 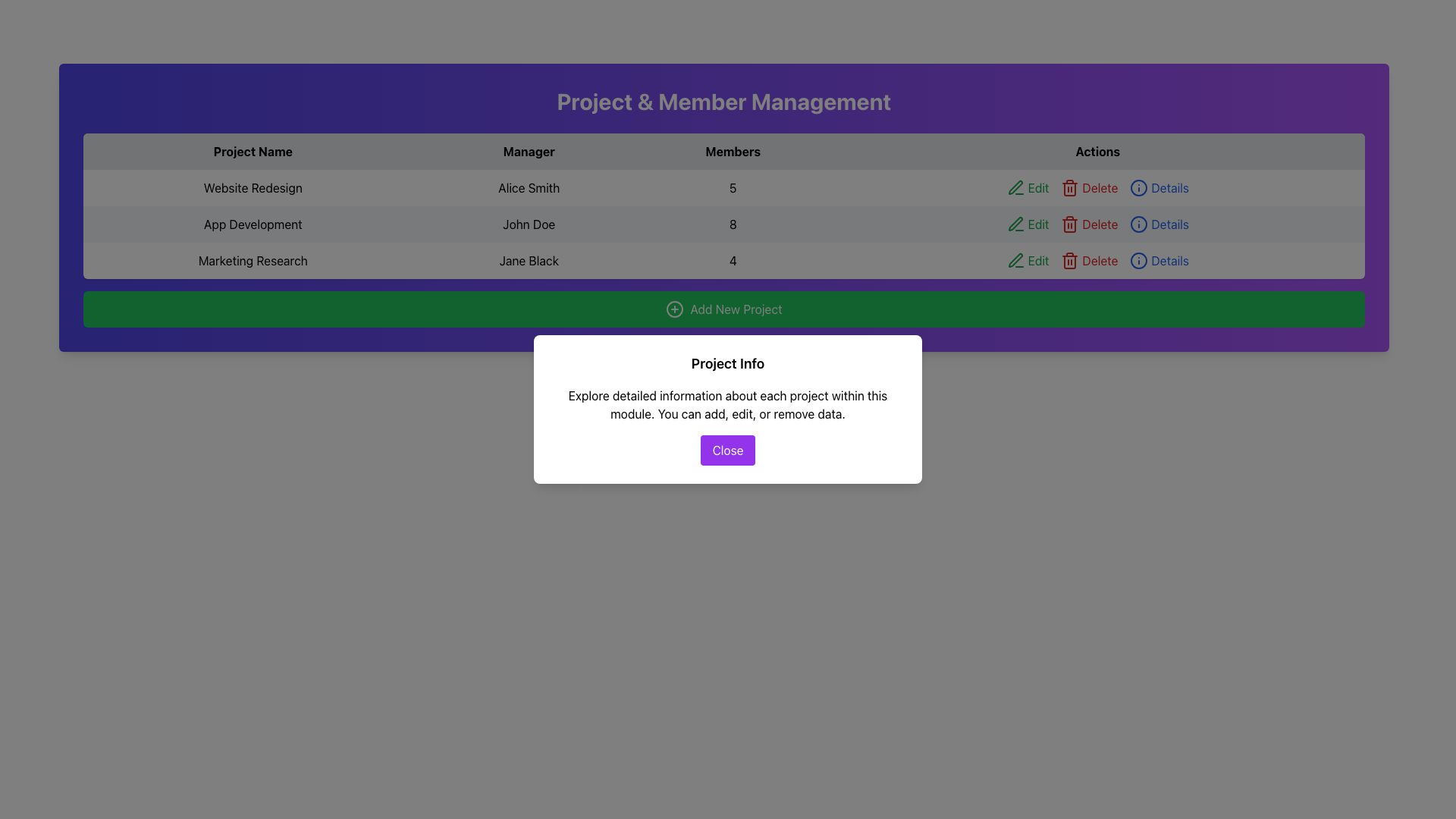 I want to click on the static text displaying the number of members associated with the project managed by Alice Smith, located in the third cell of the second row of the table, so click(x=733, y=187).